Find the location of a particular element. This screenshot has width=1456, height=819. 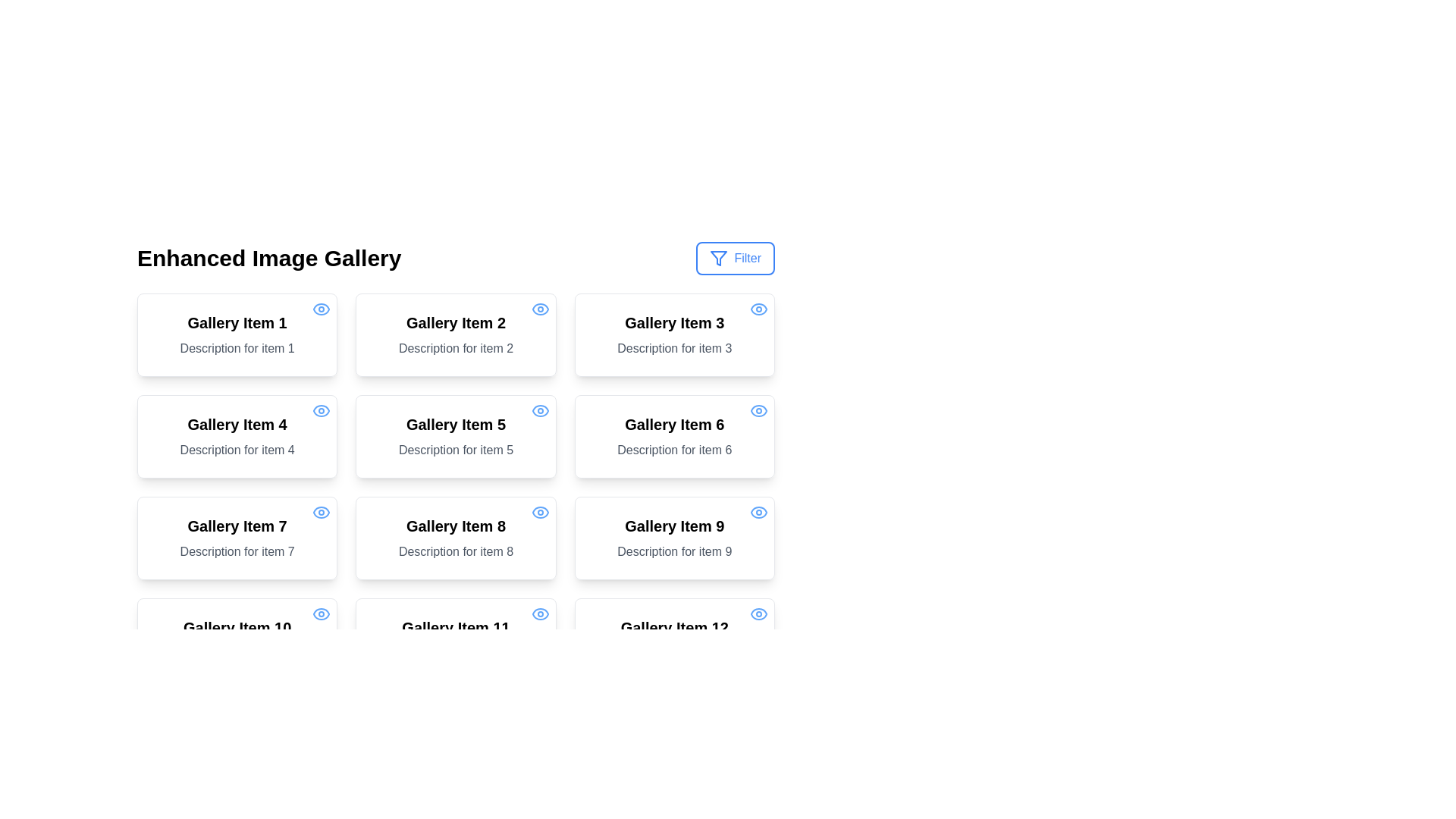

the filter icon located on the button labeled 'Filter', which is positioned at the top right of the interface is located at coordinates (718, 257).